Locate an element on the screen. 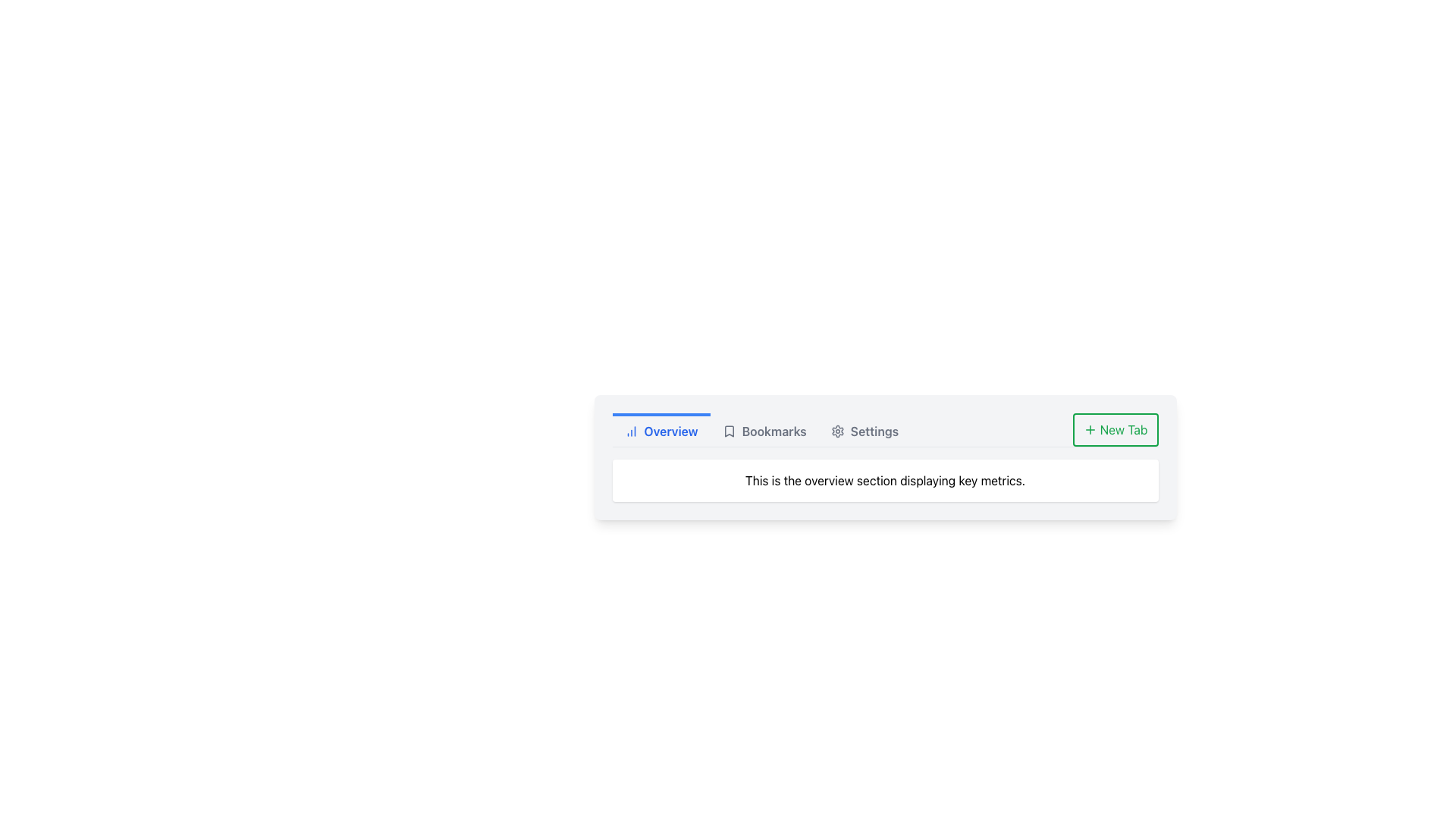 The image size is (1456, 819). the 'Overview' tab which is the first tab in the top navigation bar, featuring a blue underline and a bar chart icon is located at coordinates (661, 430).